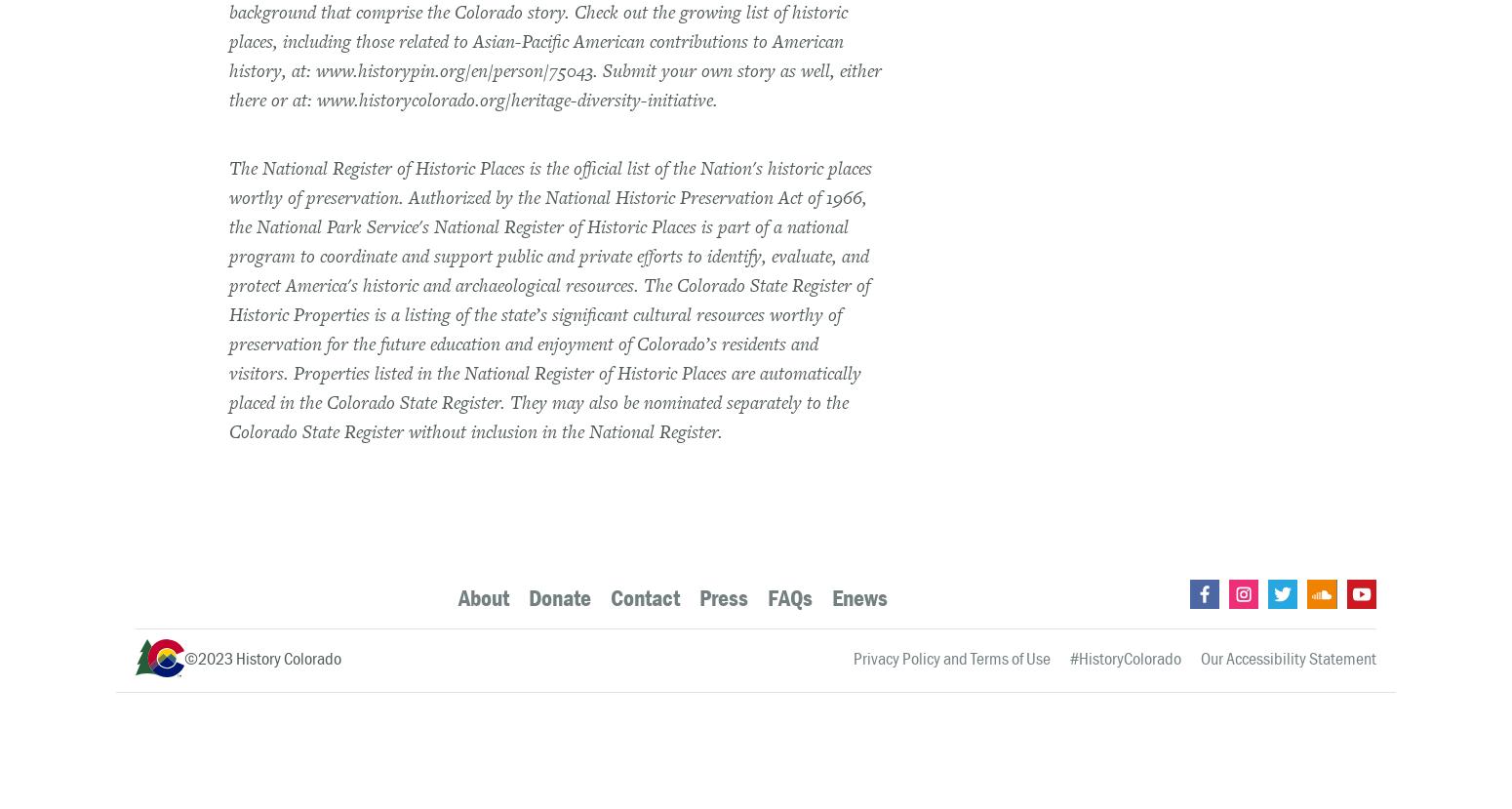  What do you see at coordinates (550, 299) in the screenshot?
I see `'The National Register of Historic Places is the official list of the Nation's historic places worthy of preservation. Authorized by the National Historic Preservation Act of 1966, the National Park Service's National Register of Historic Places is part of a national program to coordinate and support public and private efforts to identify, evaluate, and protect America's historic and archaeological resources. The Colorado State Register of Historic Properties is a listing of the state’s significant cultural resources worthy of preservation for the future education and enjoyment of Colorado’s residents and visitors. Properties listed in the National Register of Historic Places are automatically placed in the Colorado State Register. They may also be nominated separately to the Colorado State Register without inclusion in the National Register.'` at bounding box center [550, 299].